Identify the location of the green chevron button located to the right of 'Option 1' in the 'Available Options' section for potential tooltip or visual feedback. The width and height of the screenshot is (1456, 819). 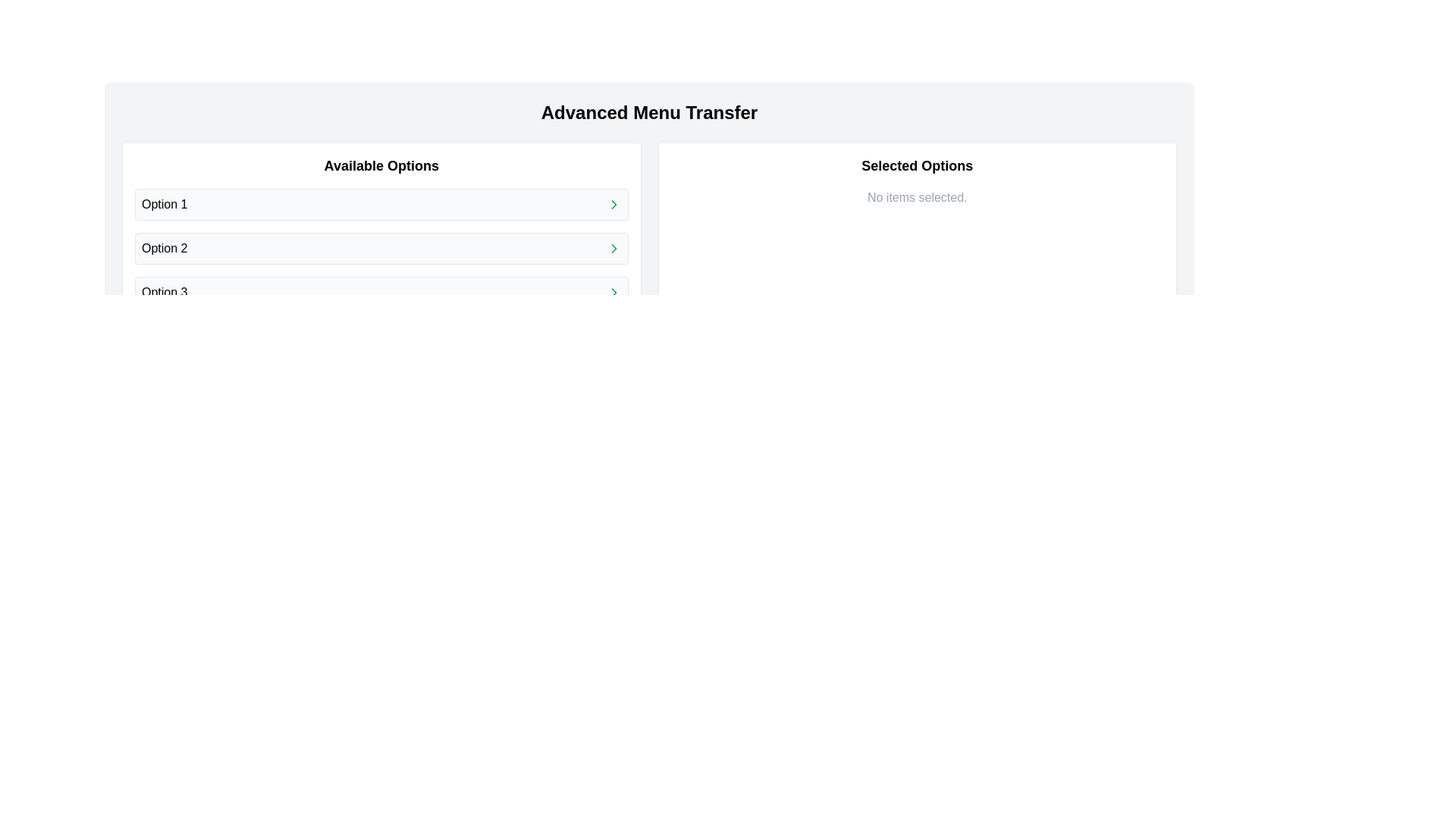
(613, 205).